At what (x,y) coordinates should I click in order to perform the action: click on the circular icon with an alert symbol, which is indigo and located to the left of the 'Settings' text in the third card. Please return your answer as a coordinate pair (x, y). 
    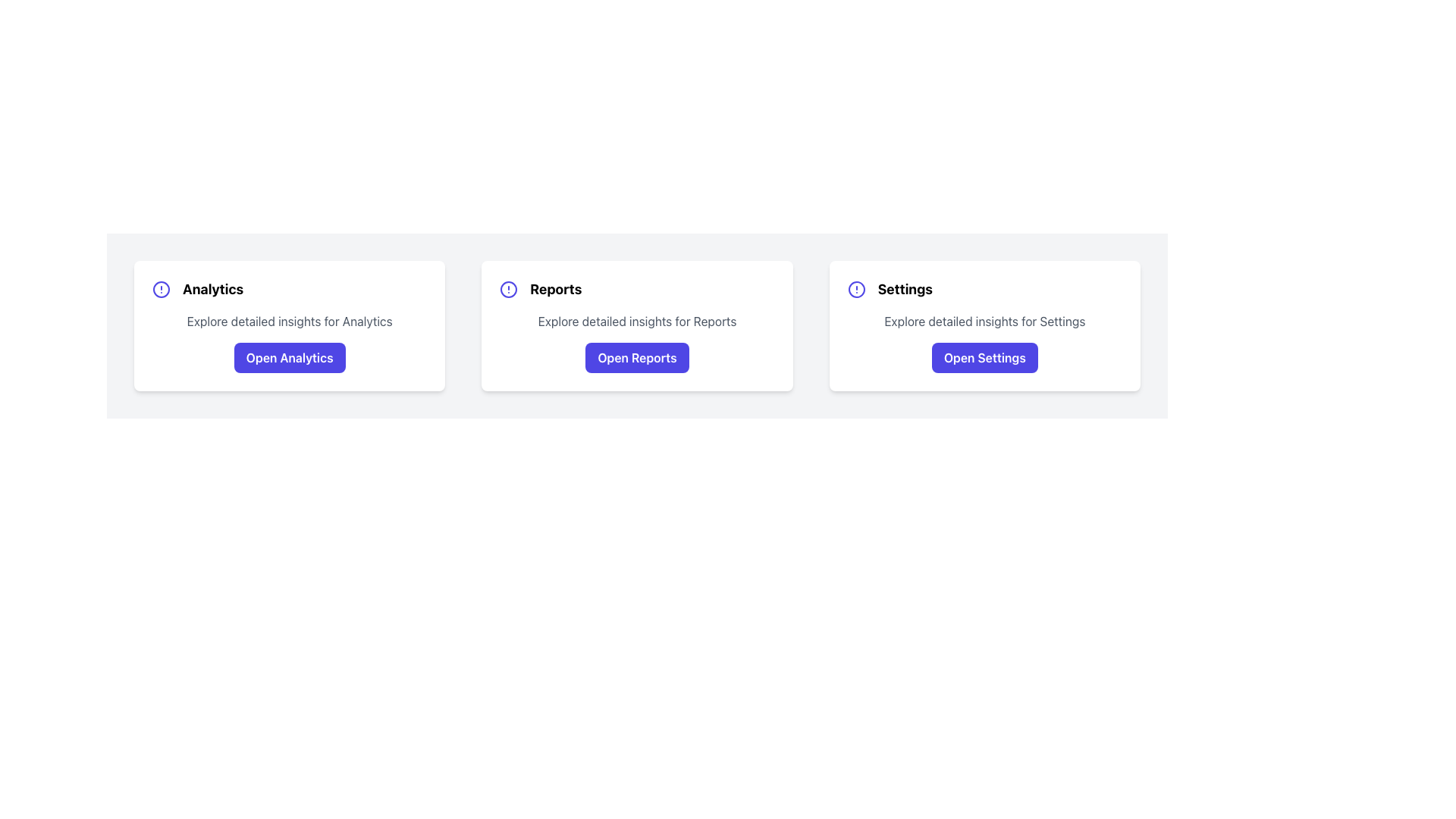
    Looking at the image, I should click on (856, 289).